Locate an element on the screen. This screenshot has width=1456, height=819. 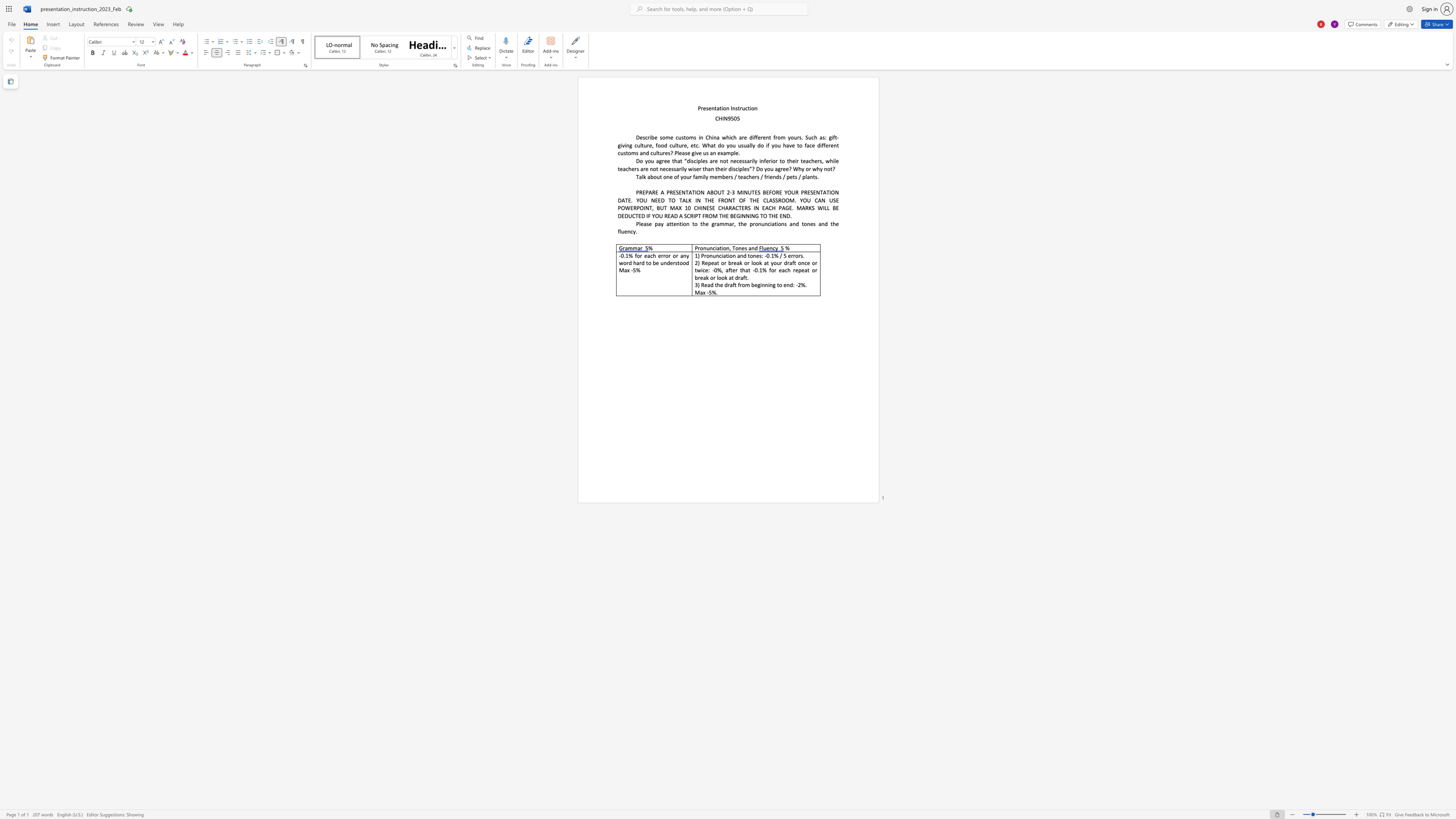
the subset text "ERPOINT, BUT MAX 10 CHINESE CHARACTERS IN EACH PAGE. MARKS WILL BE DEDUCTED IF YOU READ A SCRIPT F" within the text "3 MINUTES BEFORE YOUR PRESENTATION DATE. YOU NEED TO TALK IN THE FRONT OF THE CLASSROOM. YOU CAN USE POWERPOINT, BUT MAX 10 CHINESE CHARACTERS IN EACH PAGE. MARKS WILL BE DEDUCTED IF YOU READ A SCRIPT FROM THE BEGINNING TO THE END." is located at coordinates (630, 207).